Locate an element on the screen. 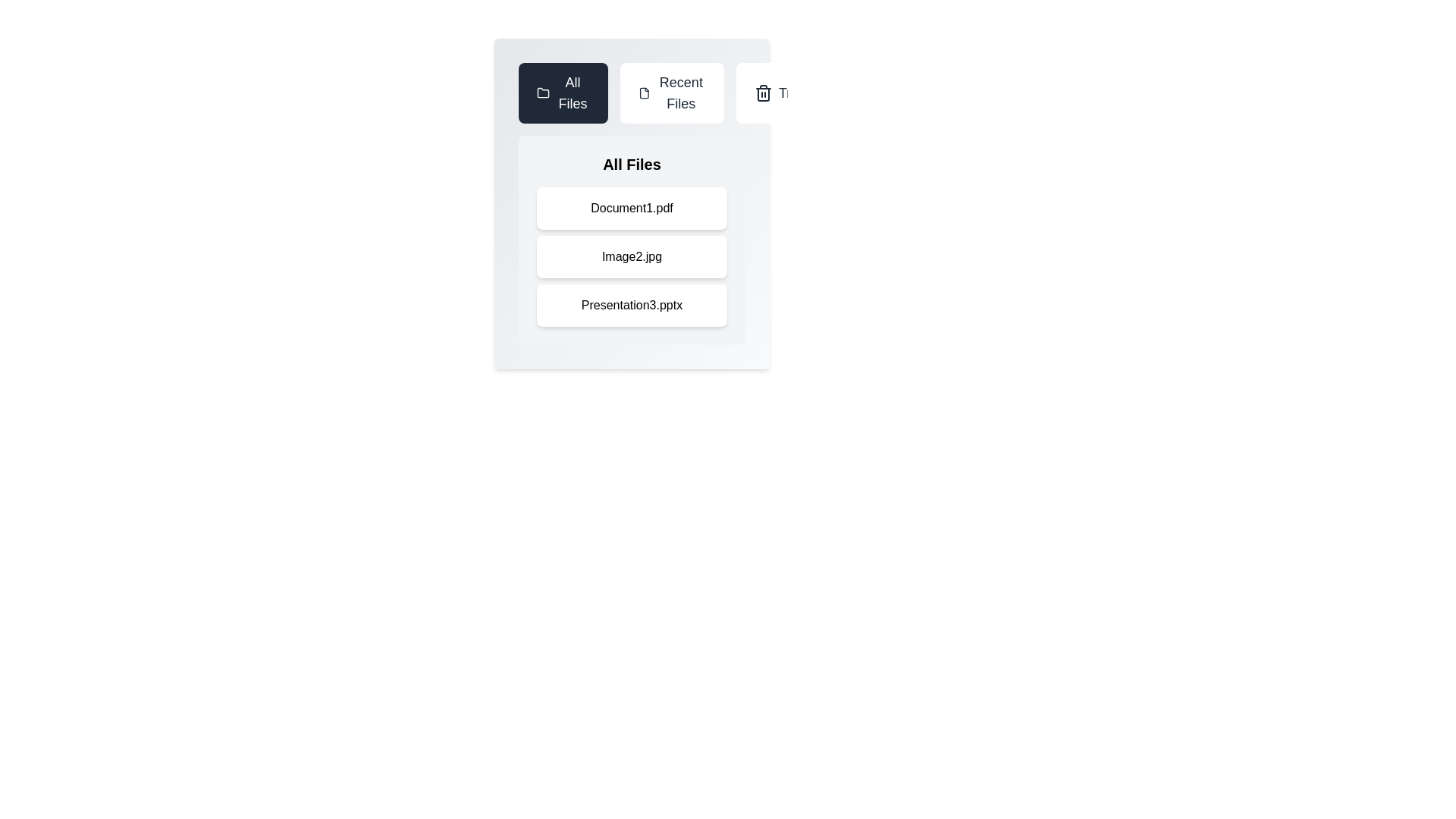 The image size is (1456, 819). the tab labeled Trash is located at coordinates (783, 93).